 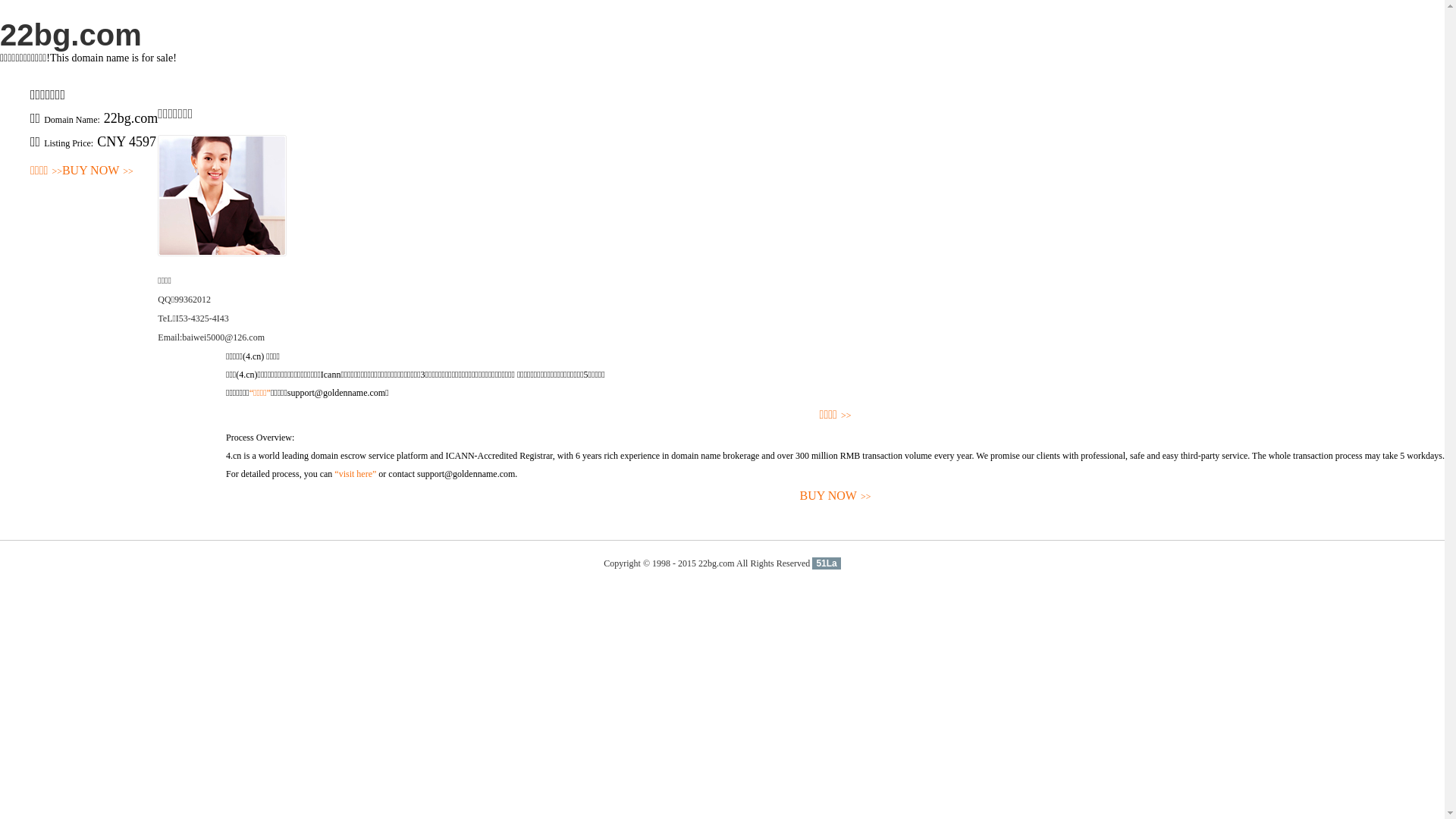 What do you see at coordinates (834, 496) in the screenshot?
I see `'BUY NOW>>'` at bounding box center [834, 496].